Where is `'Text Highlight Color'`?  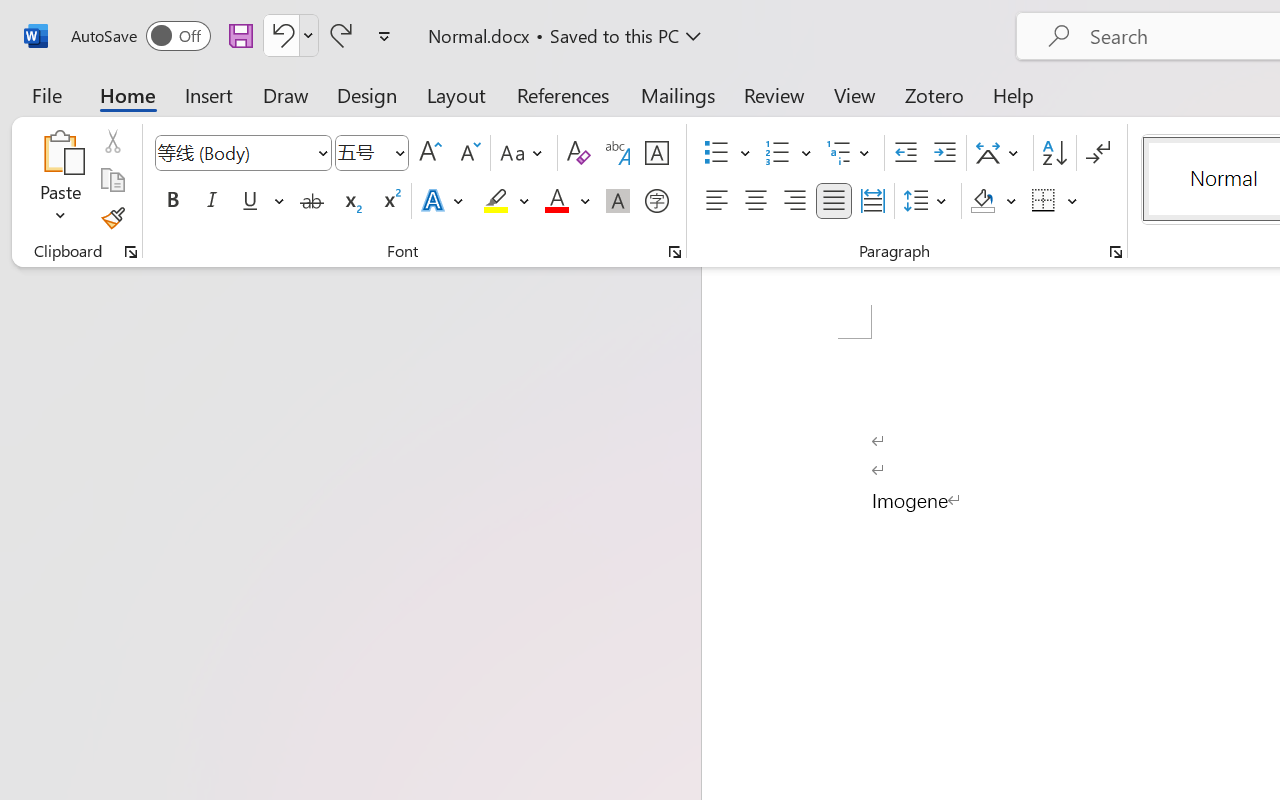
'Text Highlight Color' is located at coordinates (506, 201).